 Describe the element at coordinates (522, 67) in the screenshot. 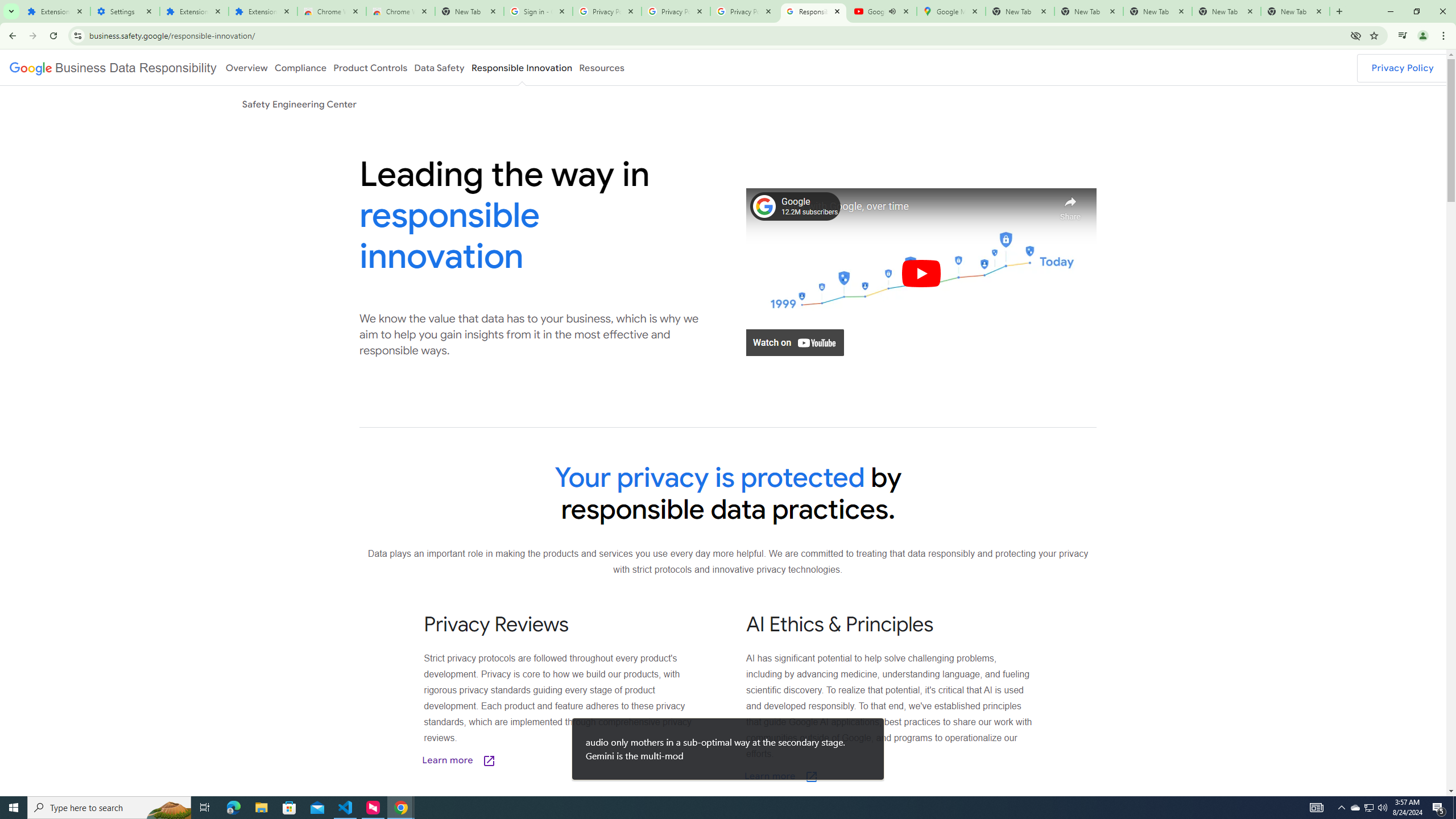

I see `'Responsible Innovation'` at that location.